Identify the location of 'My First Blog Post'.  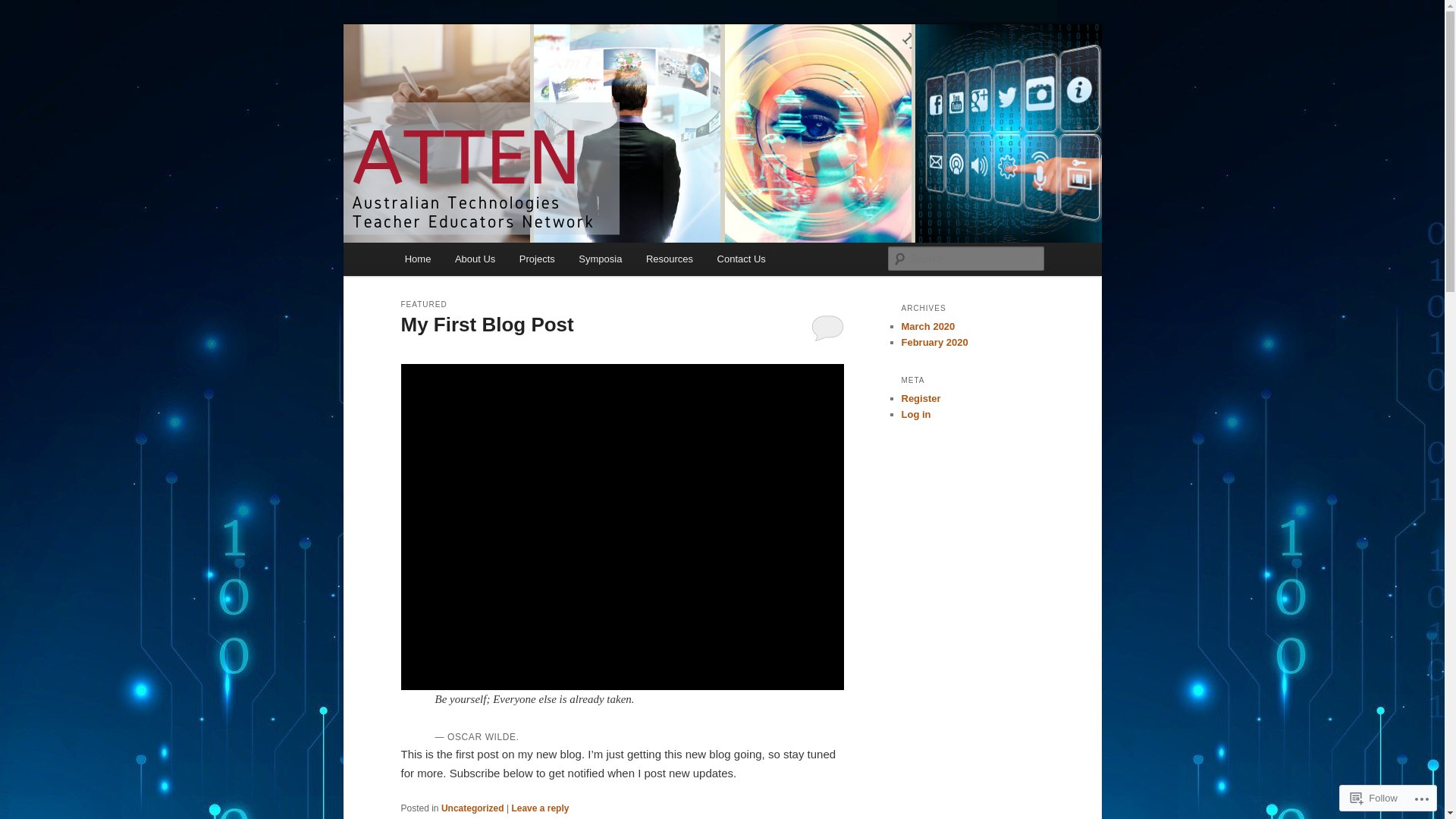
(487, 324).